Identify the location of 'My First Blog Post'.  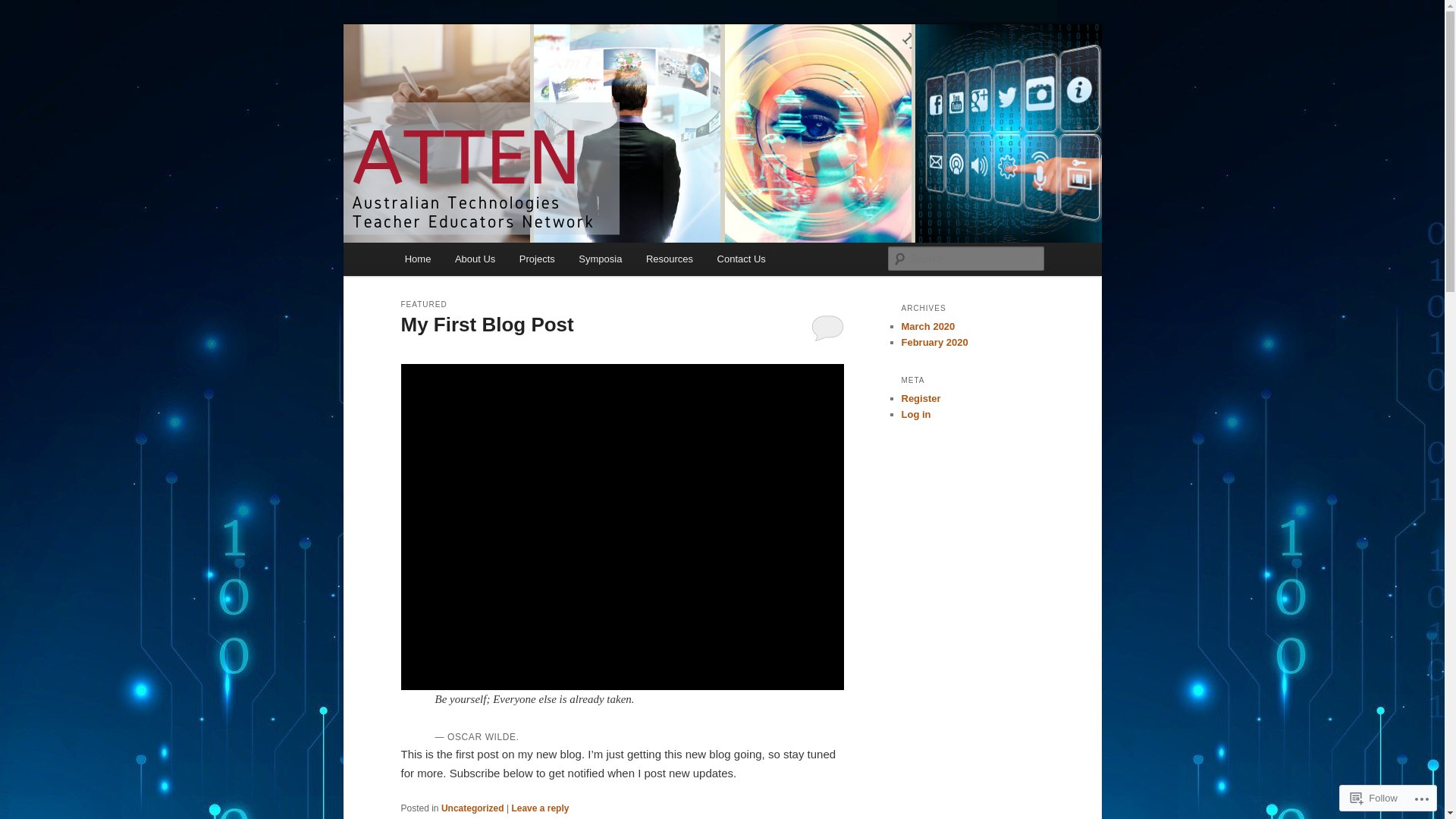
(487, 324).